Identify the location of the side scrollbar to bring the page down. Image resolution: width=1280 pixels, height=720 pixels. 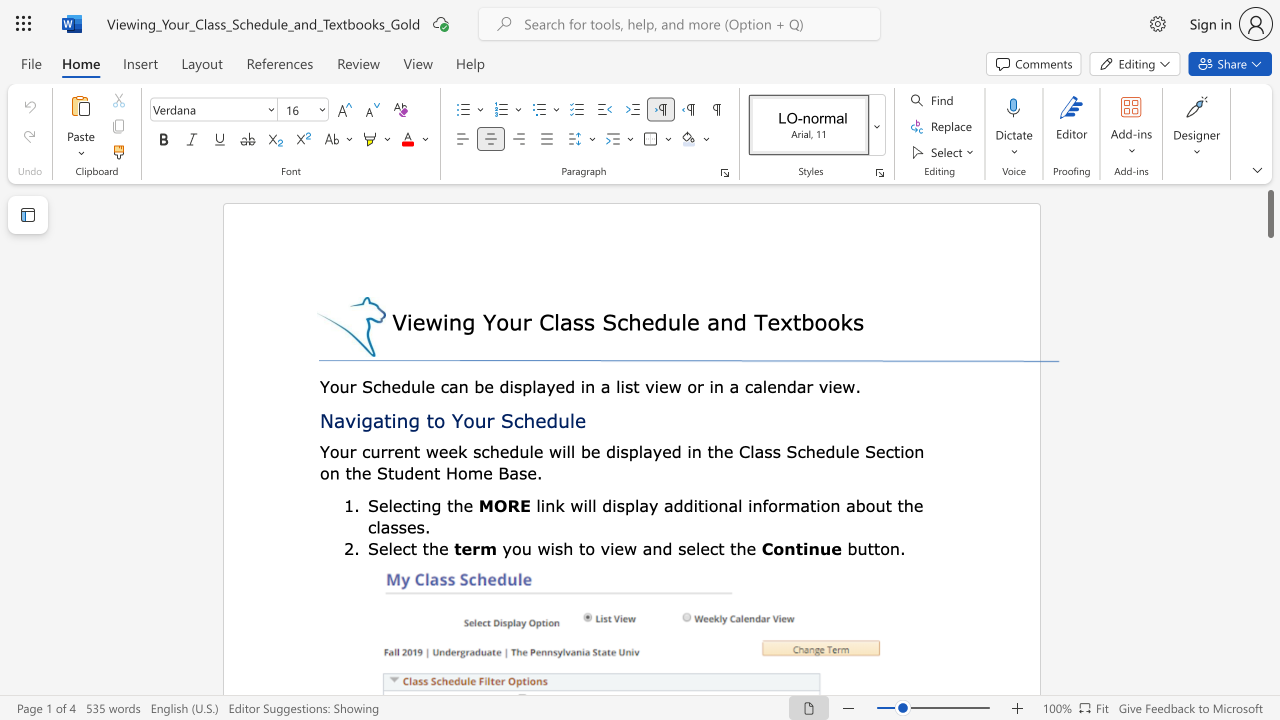
(1269, 360).